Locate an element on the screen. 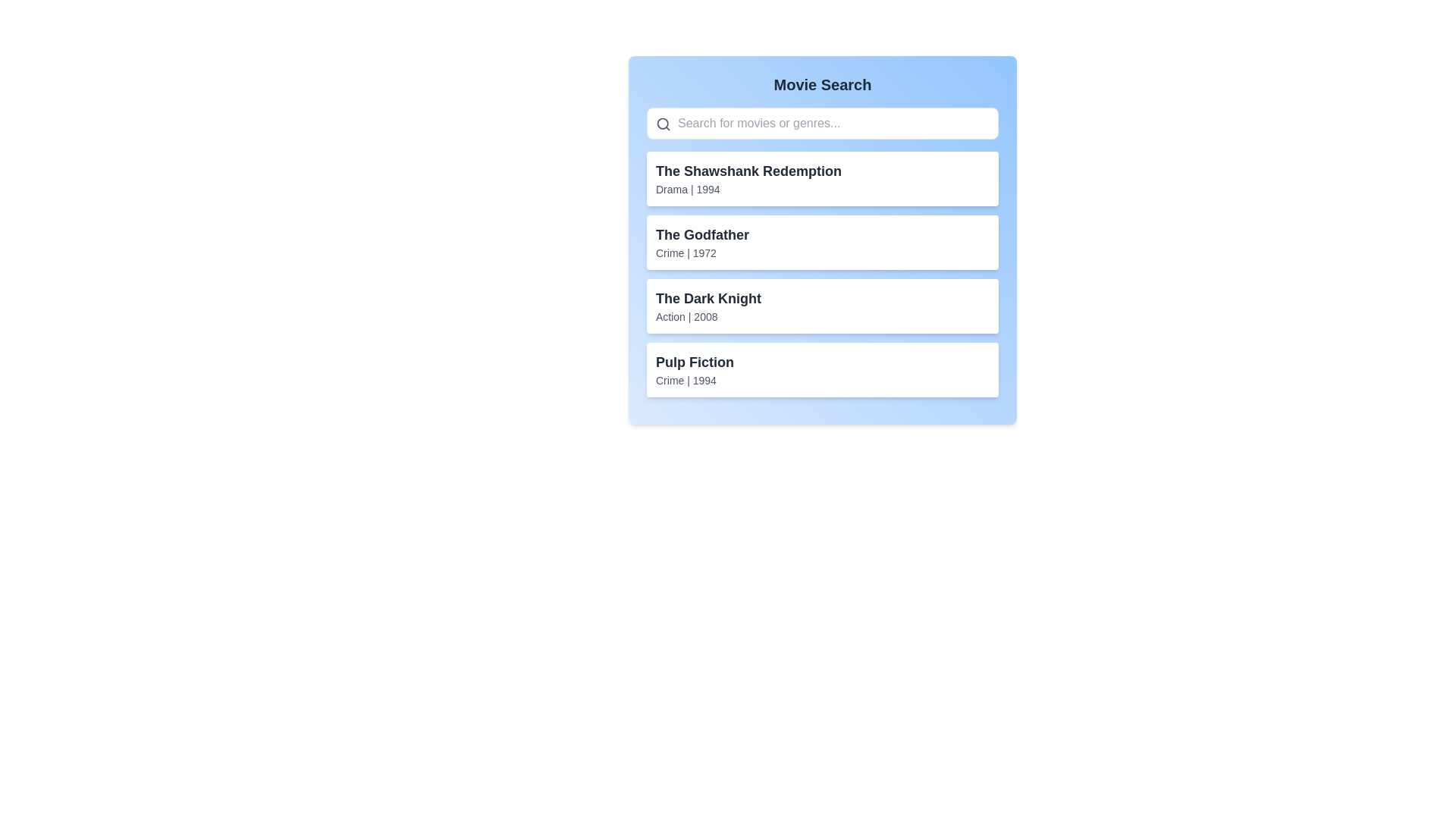 The image size is (1456, 819). the movie card for 'The Godfather' is located at coordinates (821, 242).